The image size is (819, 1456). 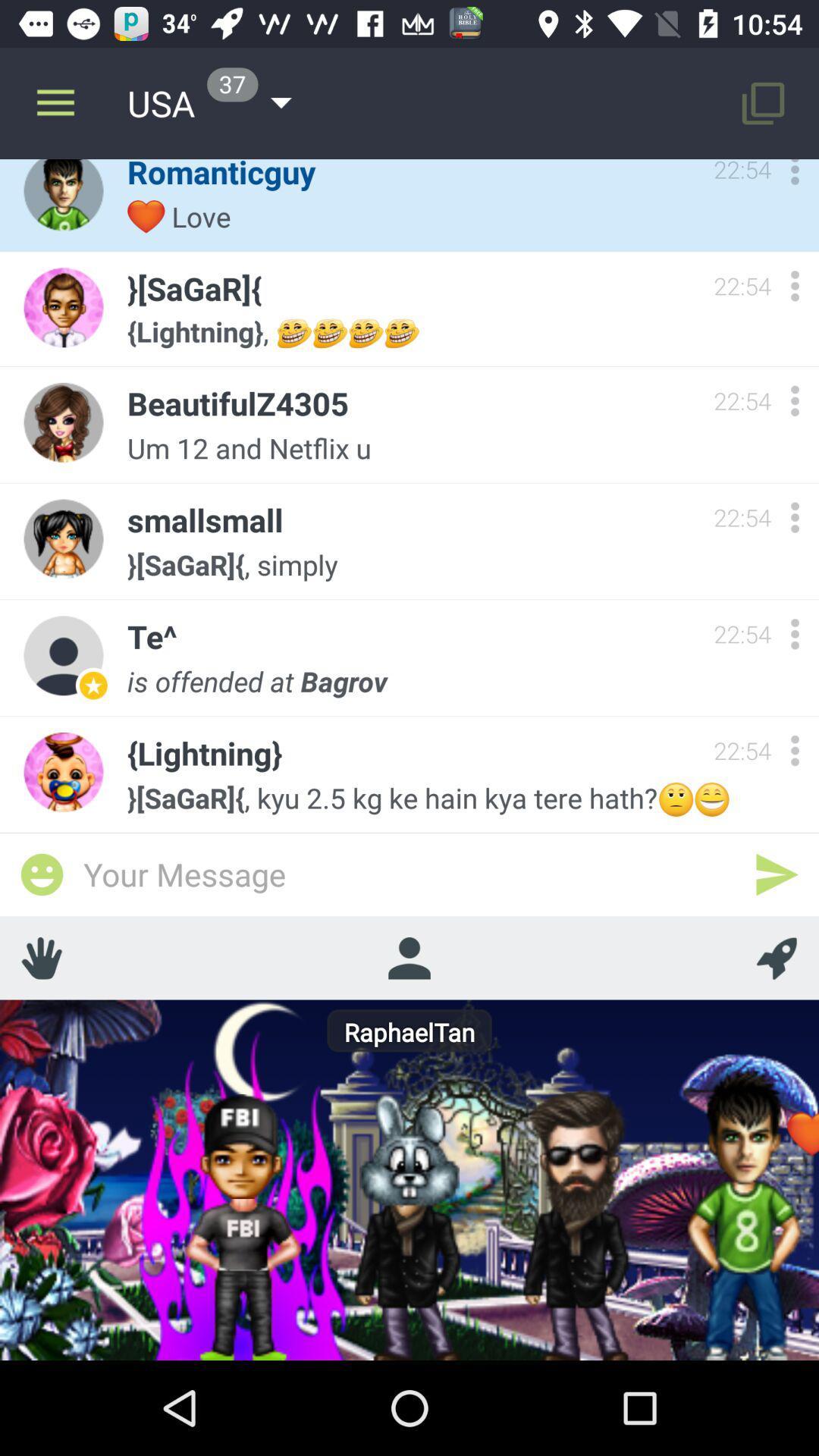 I want to click on more options, so click(x=794, y=176).